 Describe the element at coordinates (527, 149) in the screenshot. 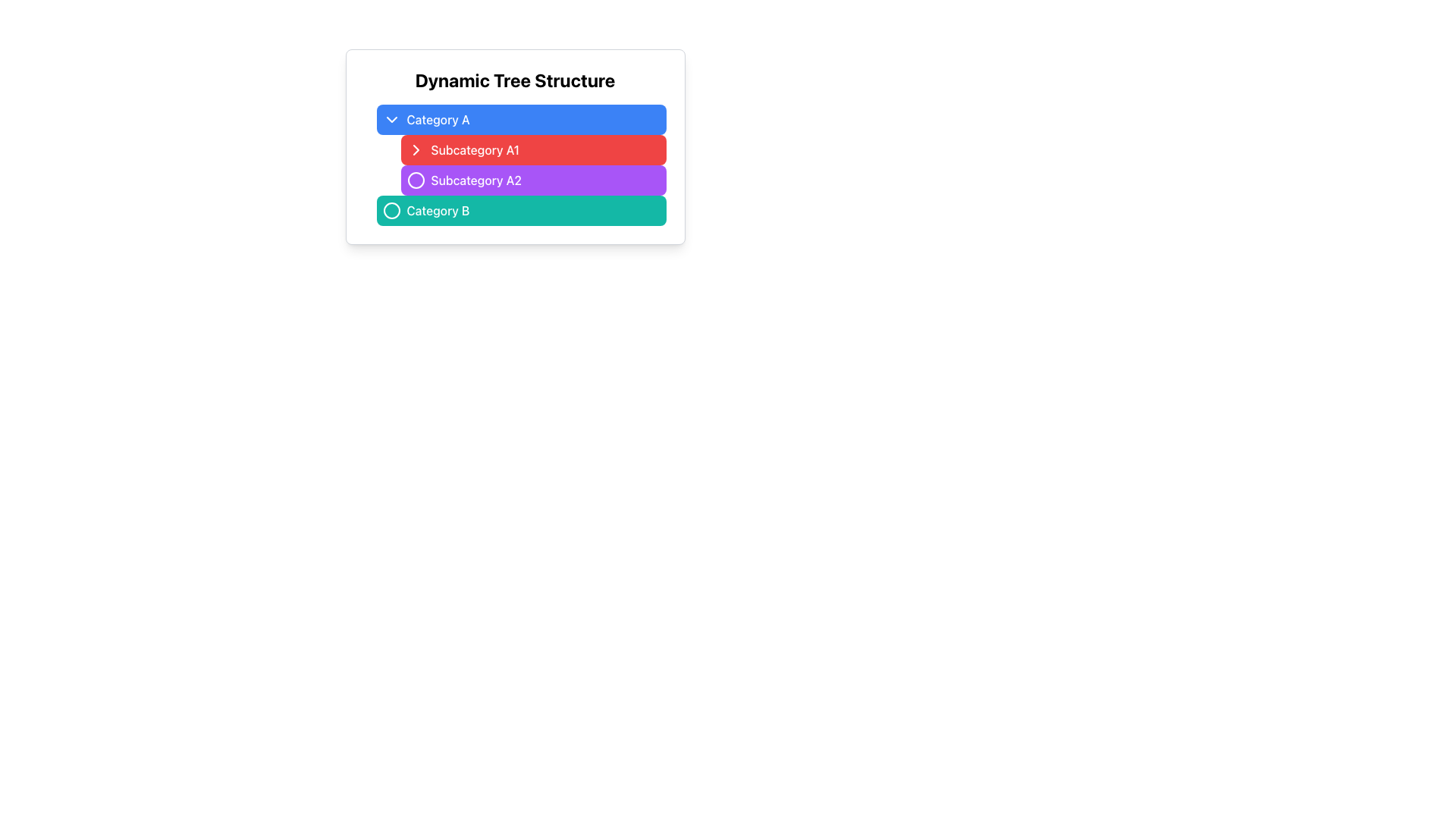

I see `the 'Subcategory A1' button, which is a red rectangular button with white text and a chevron-right icon` at that location.